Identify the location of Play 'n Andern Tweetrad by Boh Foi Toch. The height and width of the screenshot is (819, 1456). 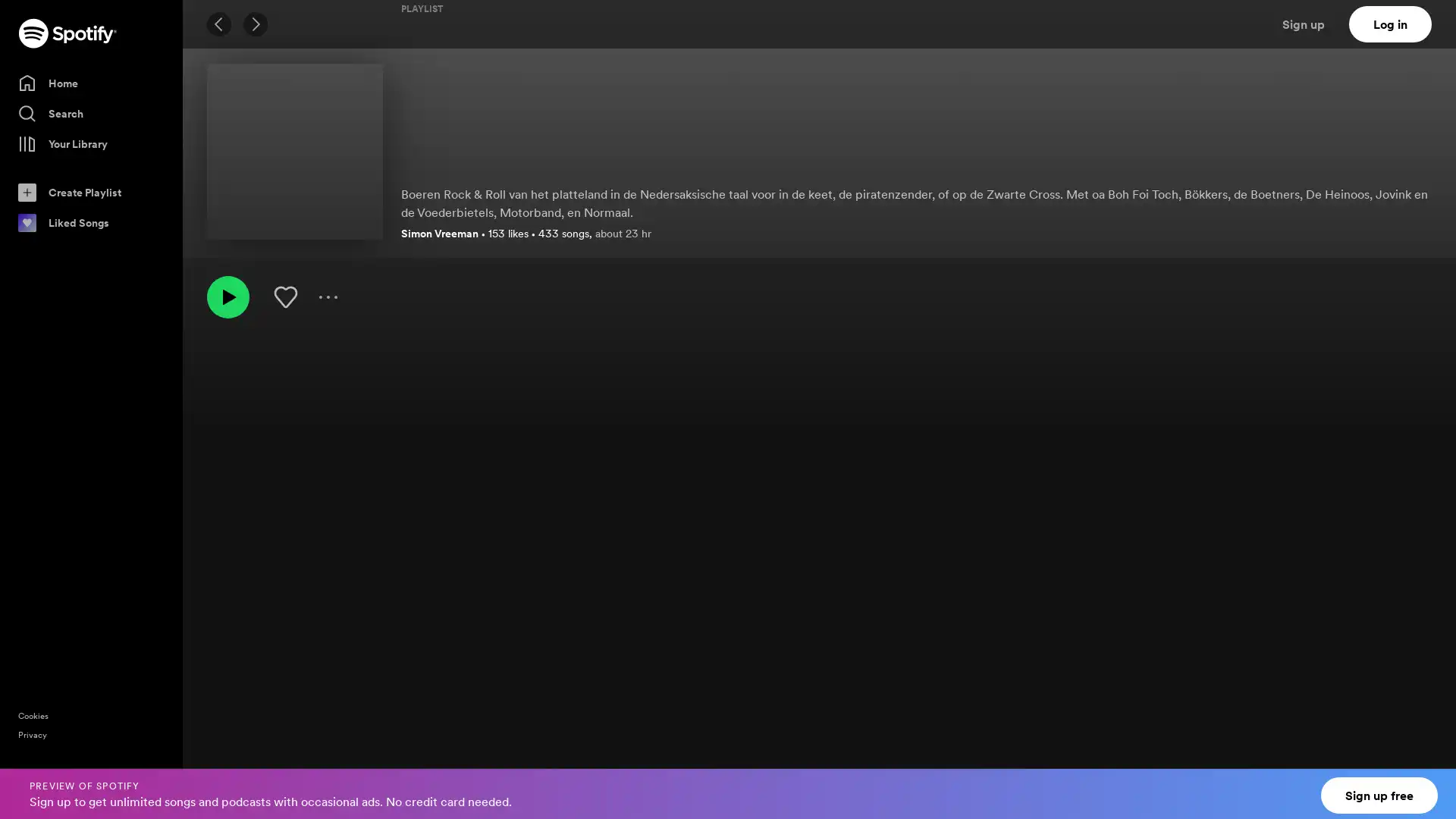
(225, 696).